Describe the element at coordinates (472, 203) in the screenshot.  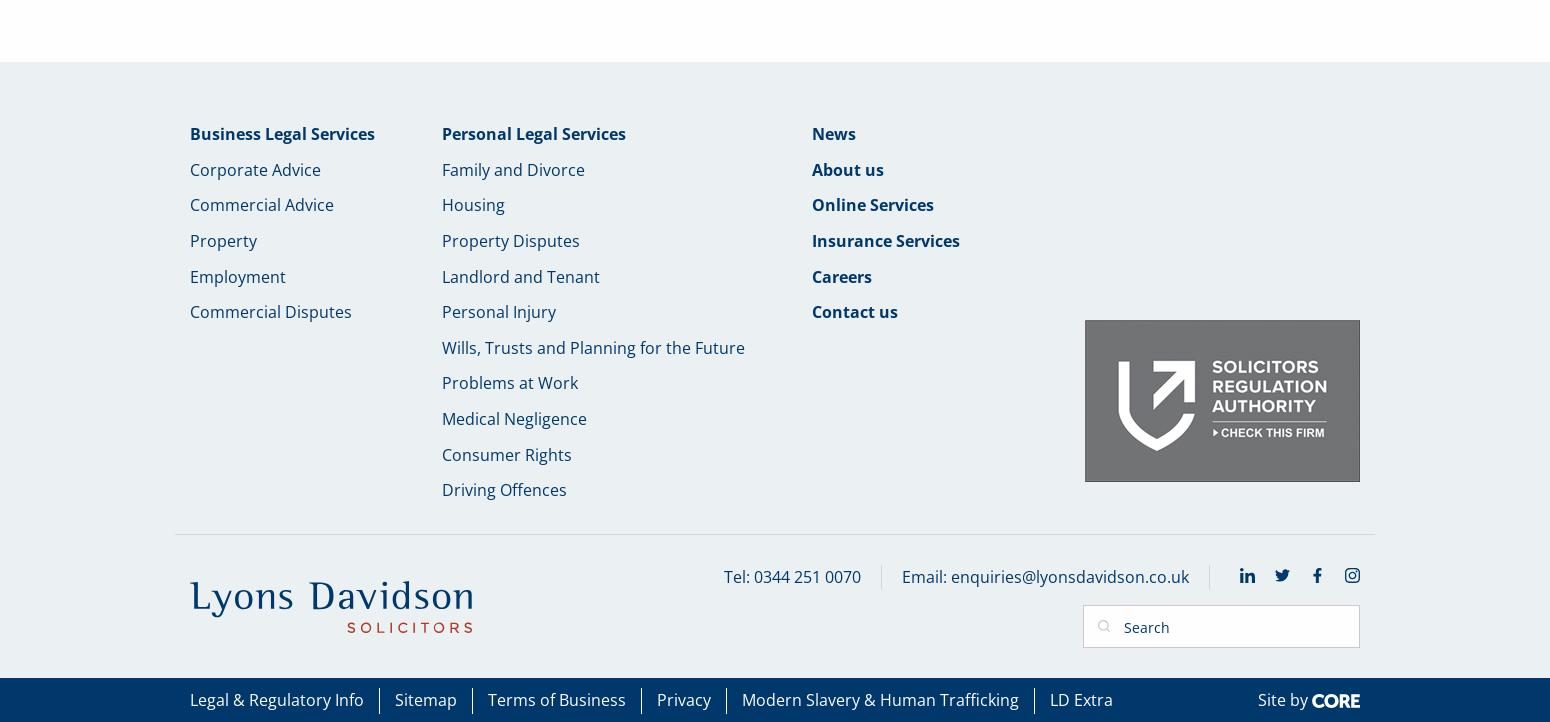
I see `'Housing'` at that location.